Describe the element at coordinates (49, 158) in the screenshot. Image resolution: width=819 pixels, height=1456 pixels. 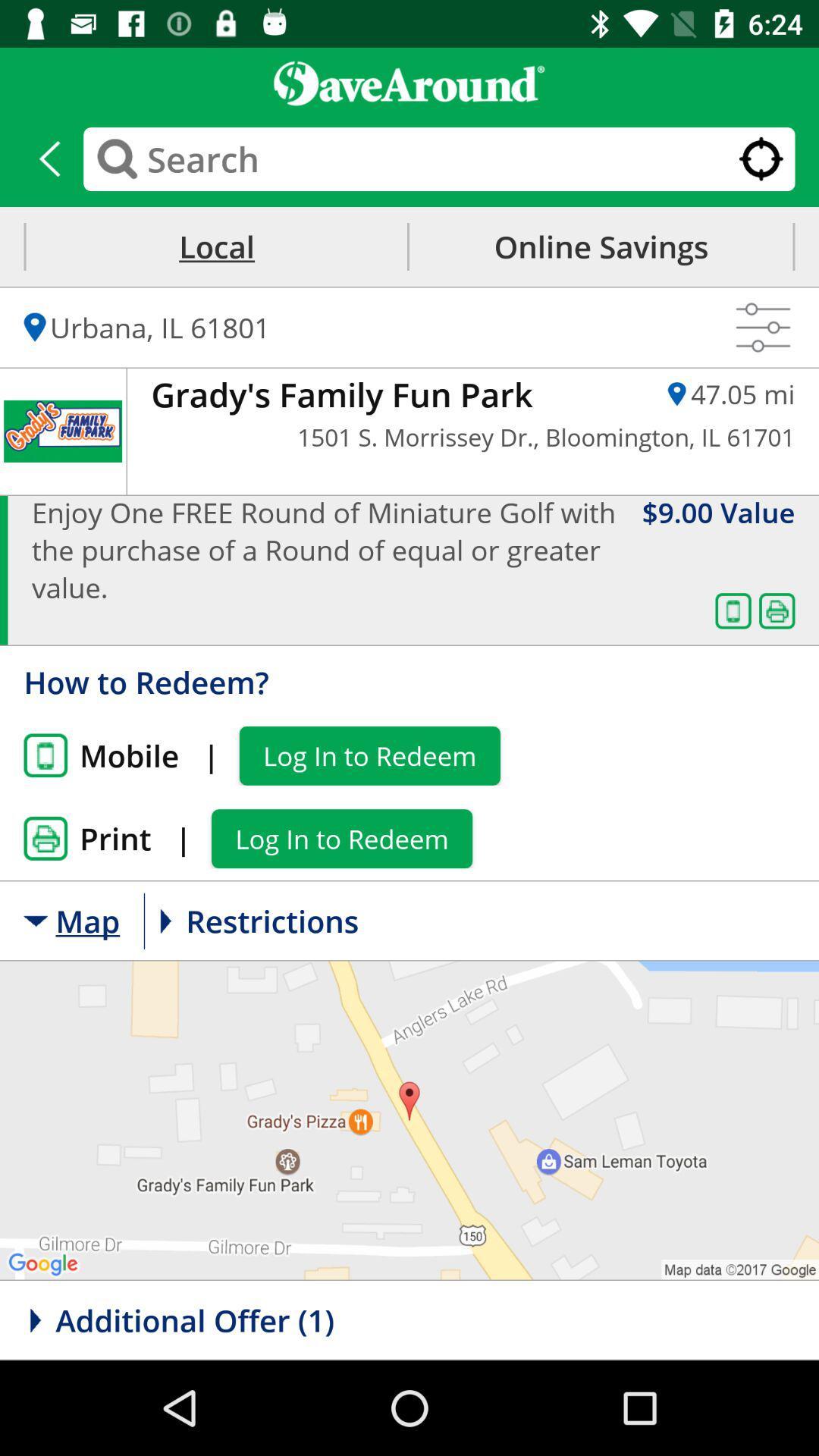
I see `the arrow_backward icon` at that location.